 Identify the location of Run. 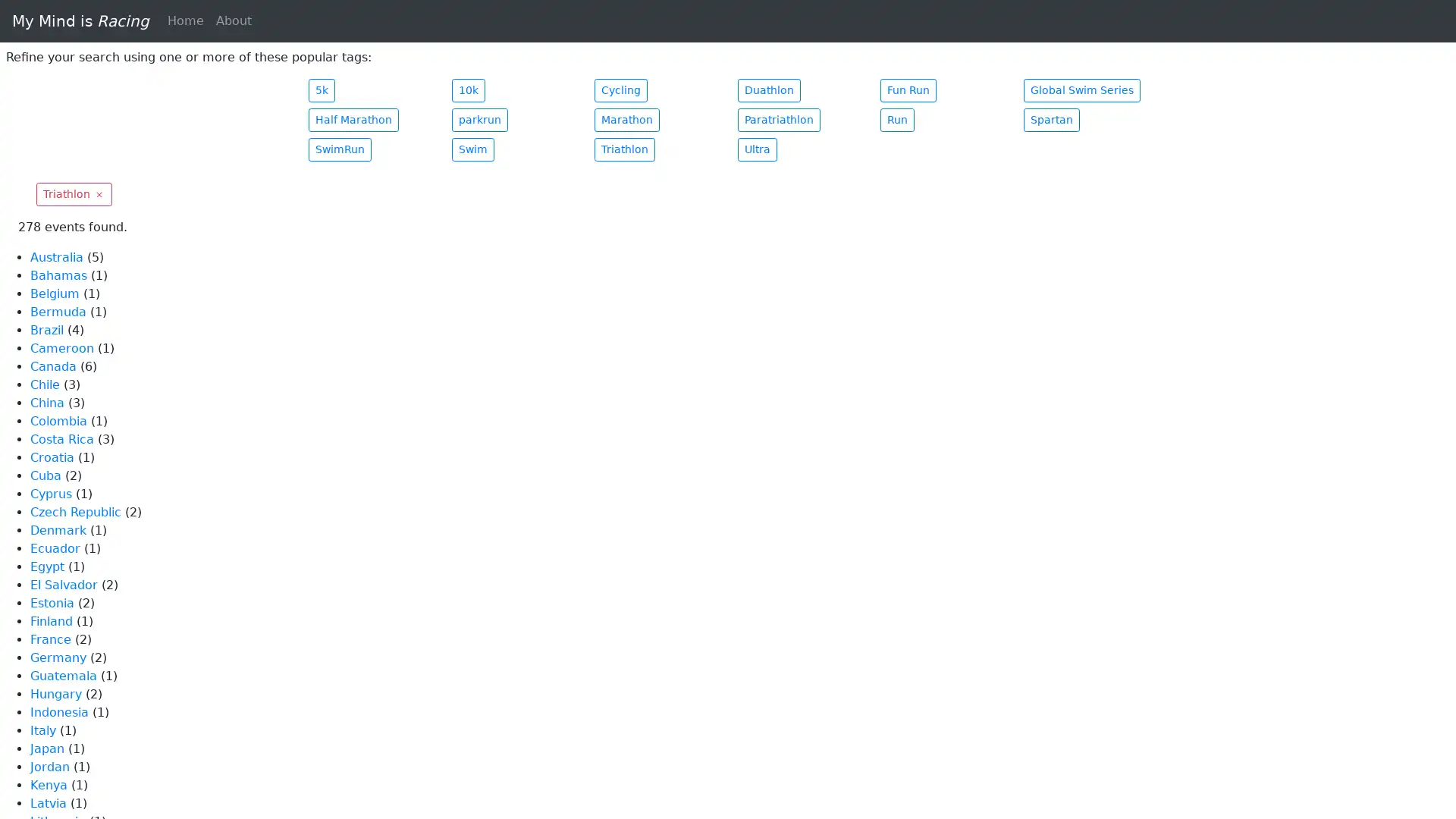
(897, 119).